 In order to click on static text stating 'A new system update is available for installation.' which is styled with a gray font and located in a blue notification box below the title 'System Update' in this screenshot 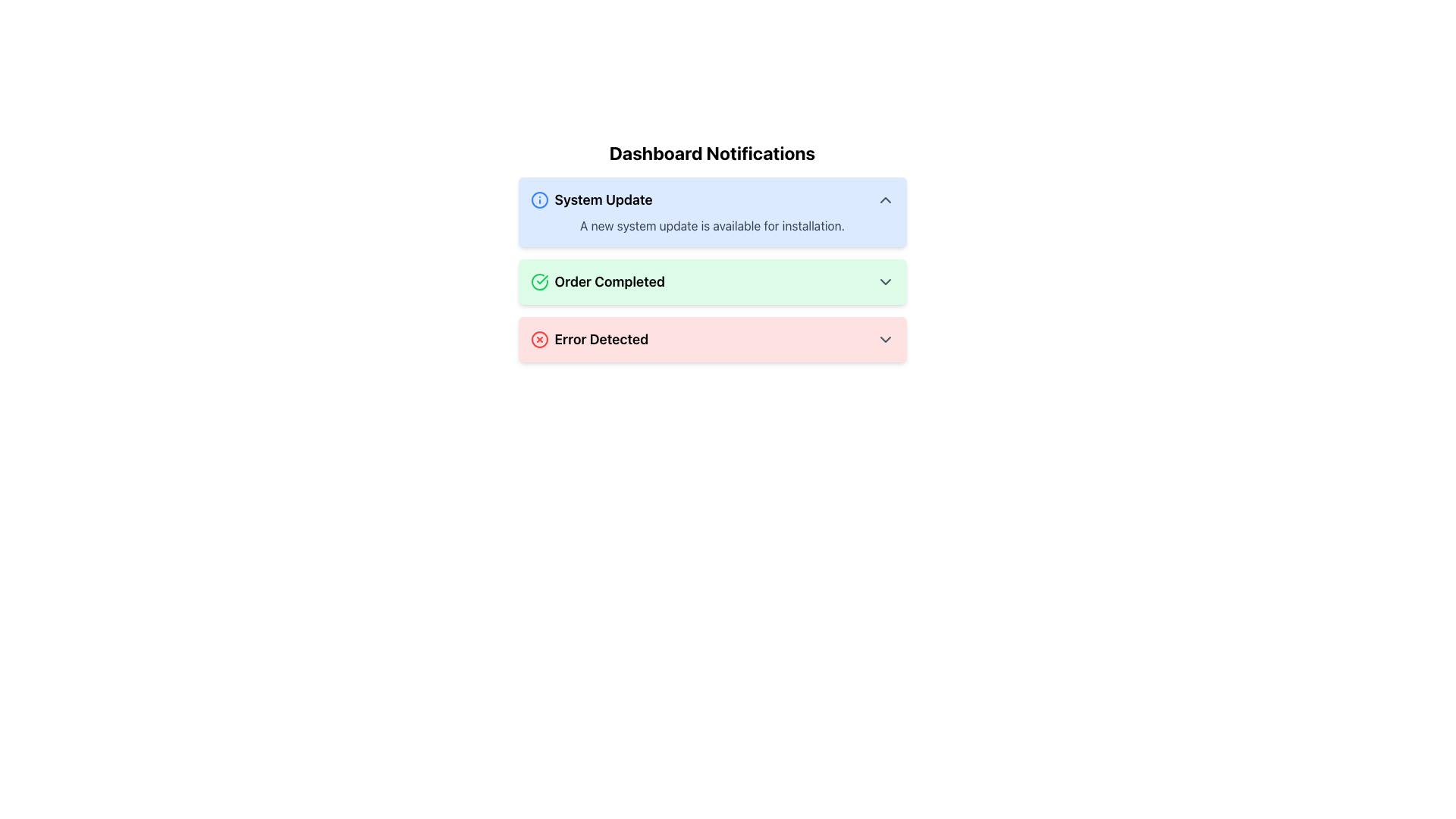, I will do `click(711, 225)`.